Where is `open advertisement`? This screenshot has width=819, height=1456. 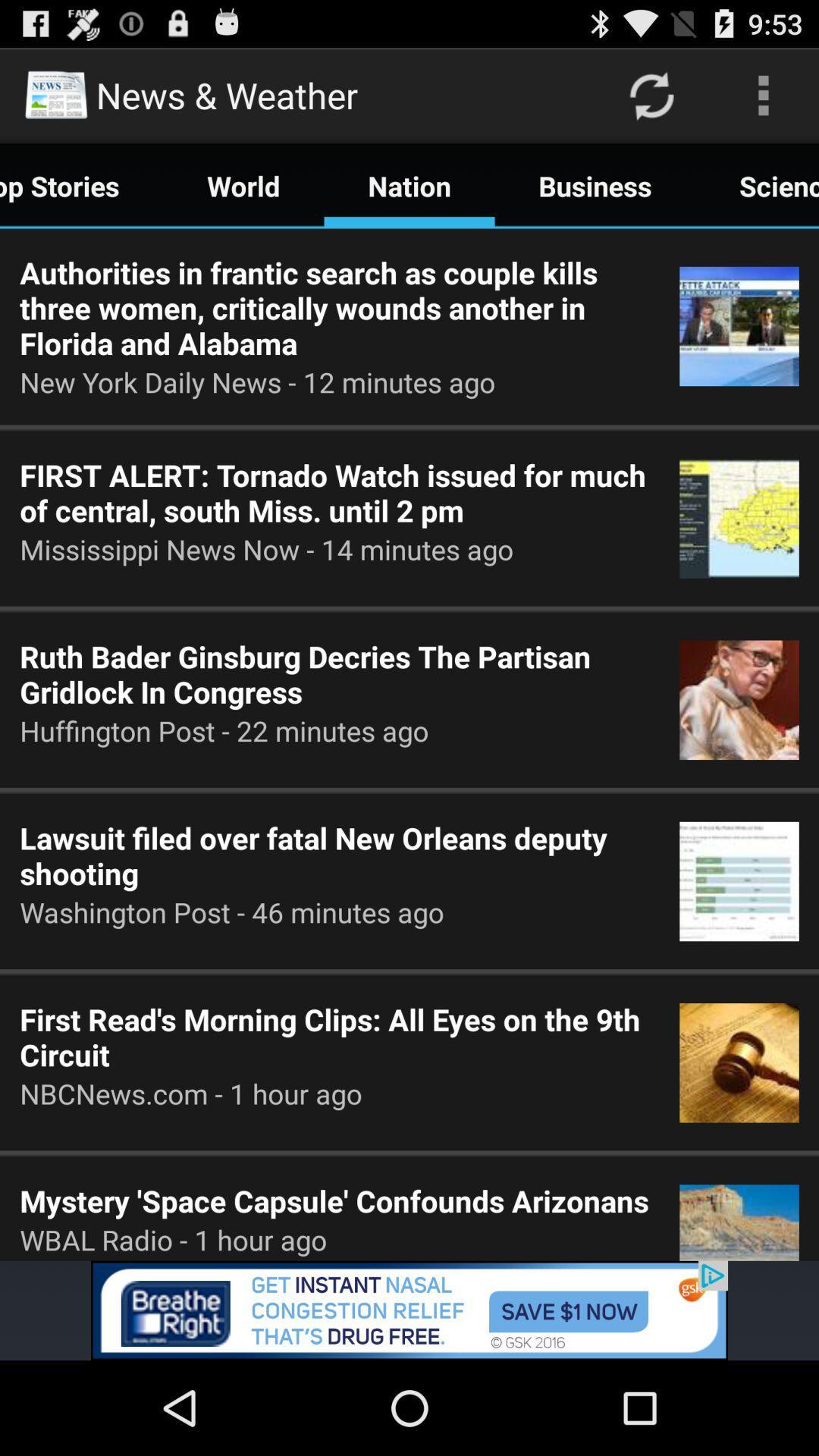 open advertisement is located at coordinates (409, 1310).